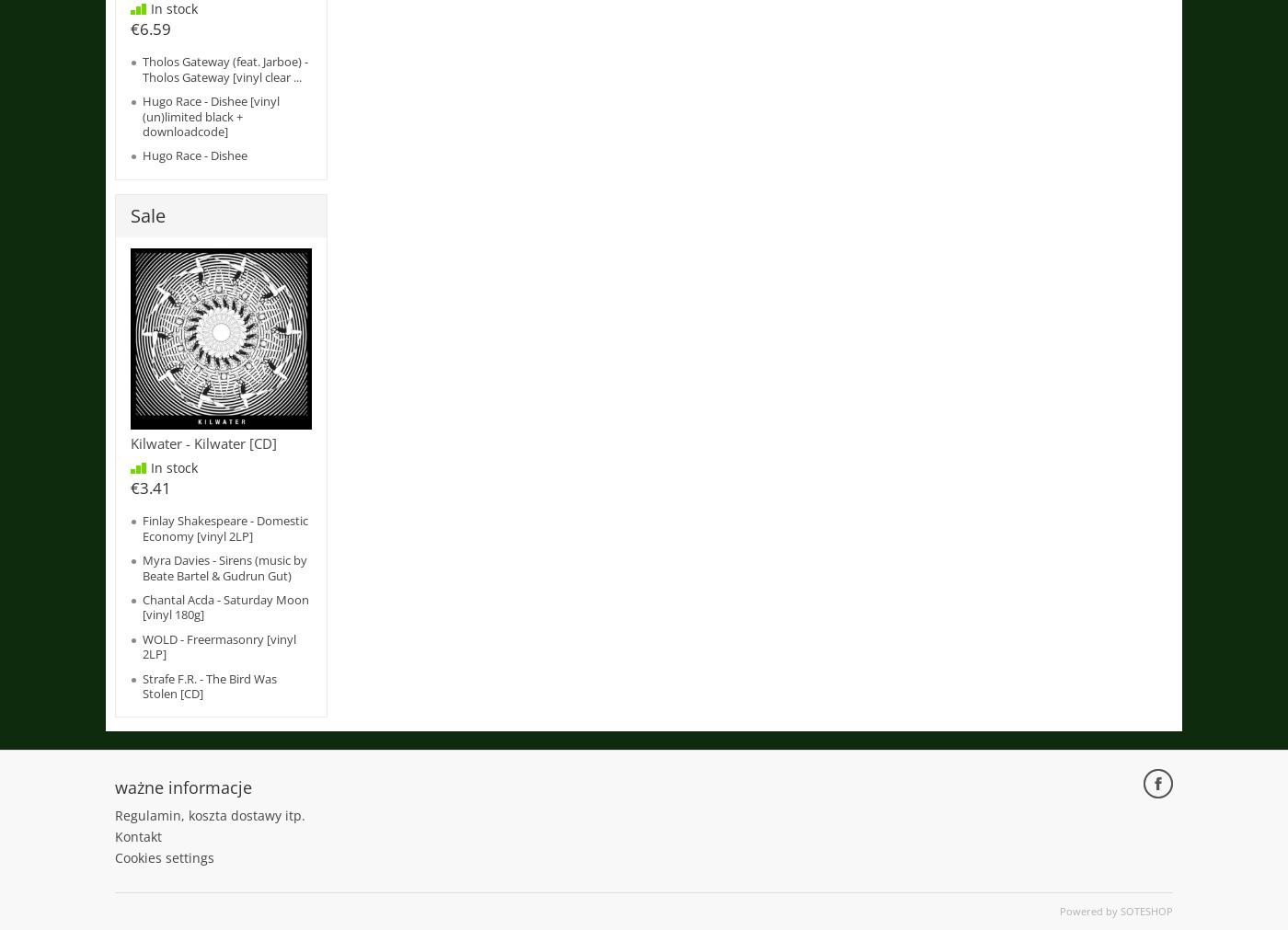 This screenshot has width=1288, height=930. What do you see at coordinates (224, 68) in the screenshot?
I see `'Tholos Gateway (feat. Jarboe) - Tholos Gateway [vinyl clear ...'` at bounding box center [224, 68].